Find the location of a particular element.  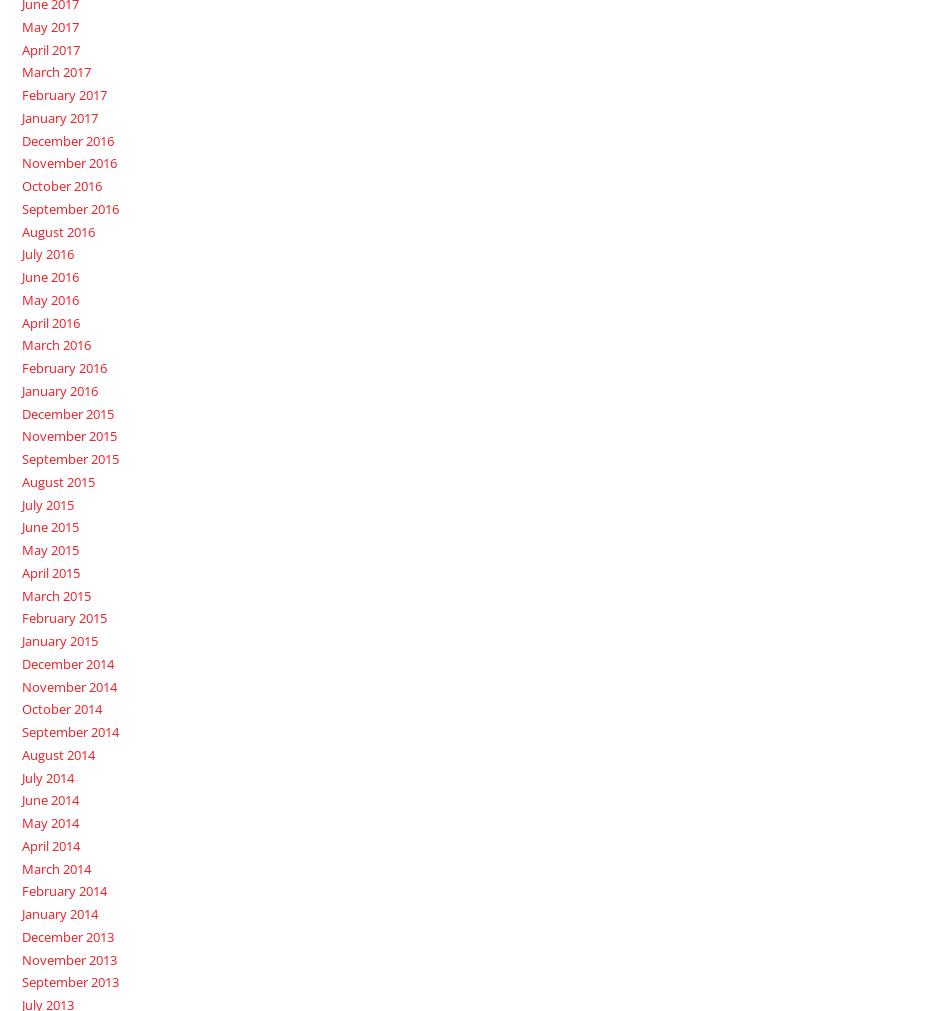

'May 2014' is located at coordinates (49, 821).